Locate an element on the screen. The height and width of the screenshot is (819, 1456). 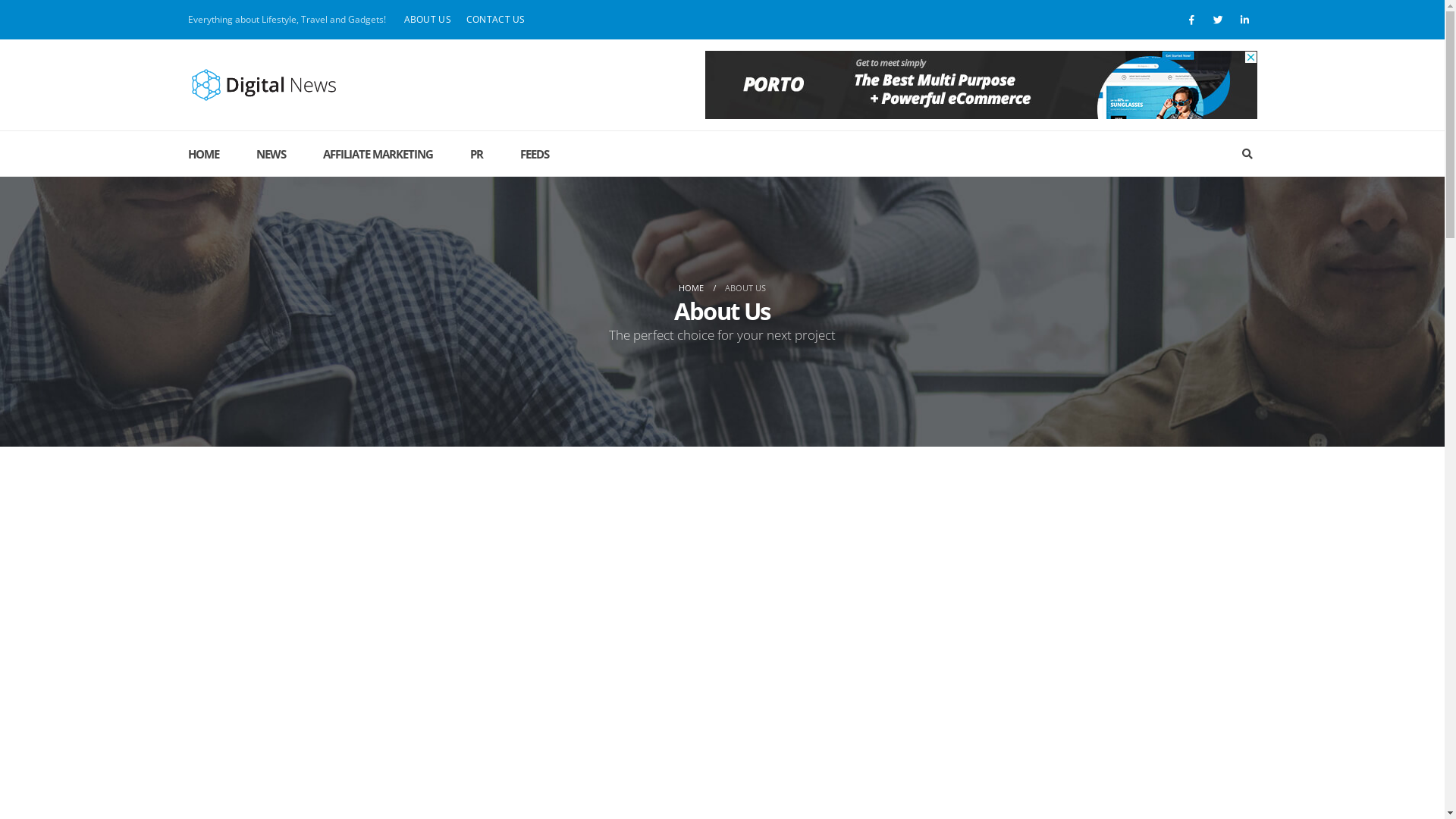
'NEWS' is located at coordinates (271, 154).